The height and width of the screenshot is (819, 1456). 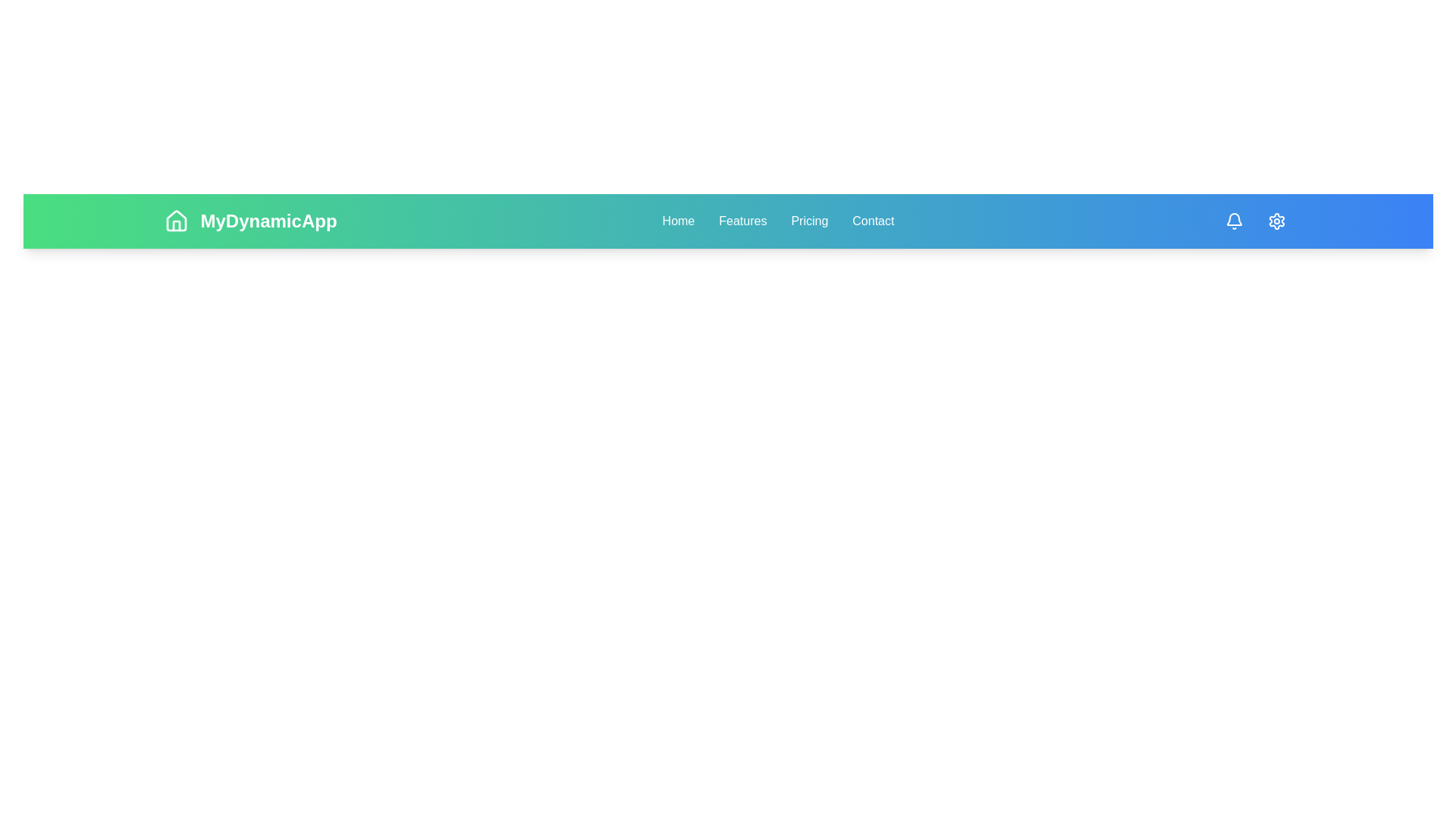 I want to click on the settings icon to open the settings menu, so click(x=1276, y=221).